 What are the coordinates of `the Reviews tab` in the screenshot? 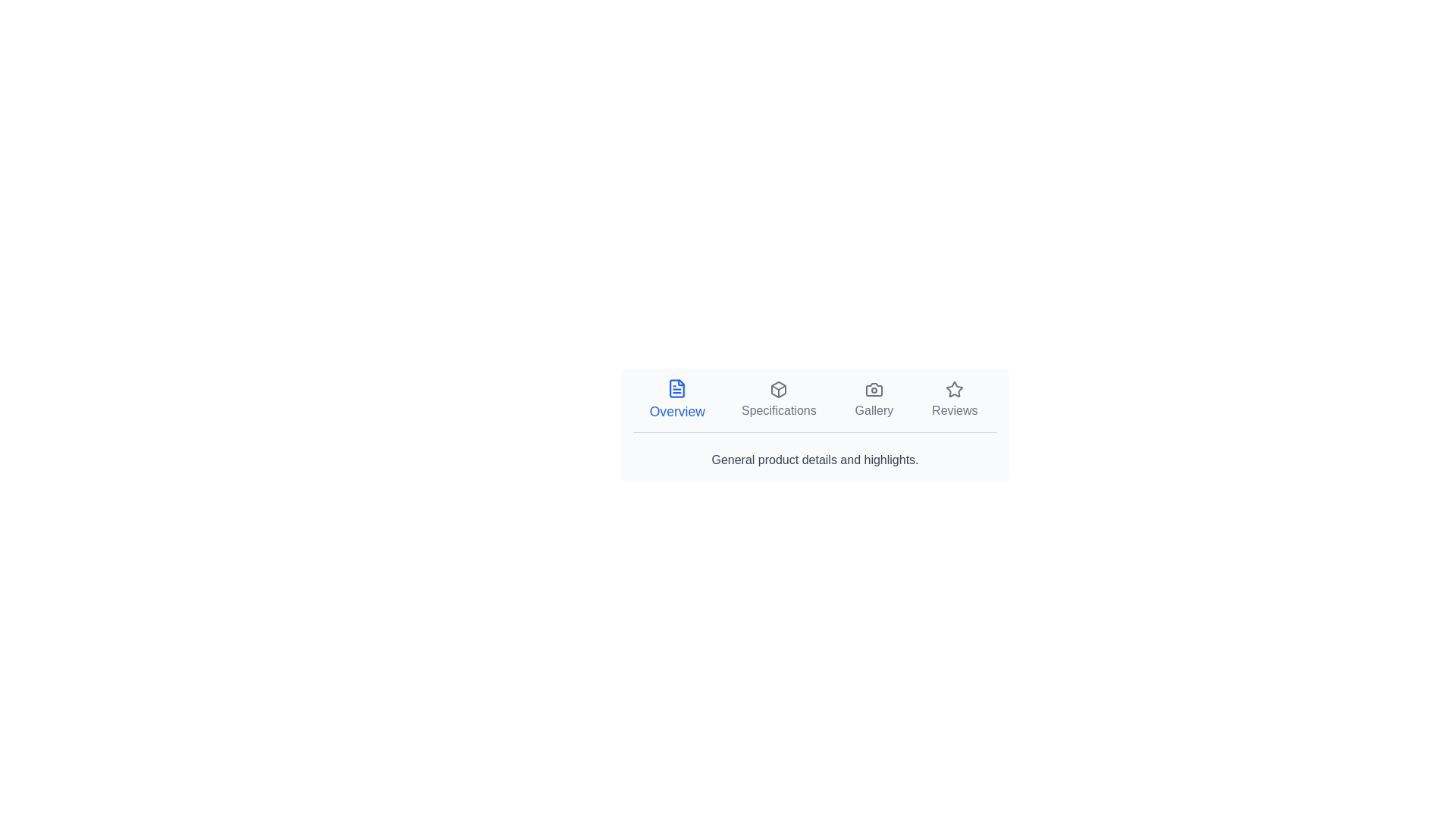 It's located at (954, 400).